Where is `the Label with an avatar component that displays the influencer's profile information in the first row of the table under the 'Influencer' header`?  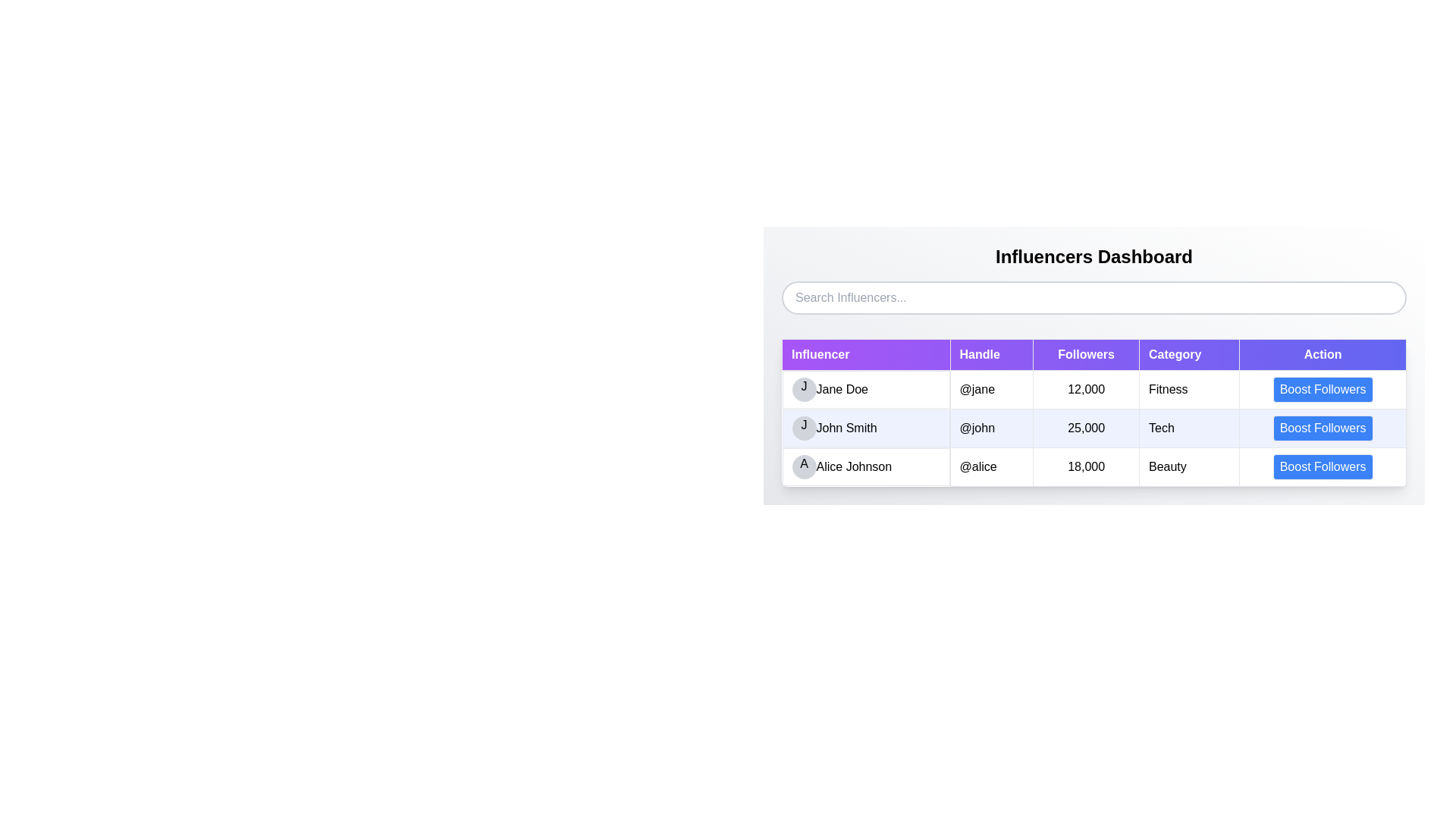 the Label with an avatar component that displays the influencer's profile information in the first row of the table under the 'Influencer' header is located at coordinates (866, 388).